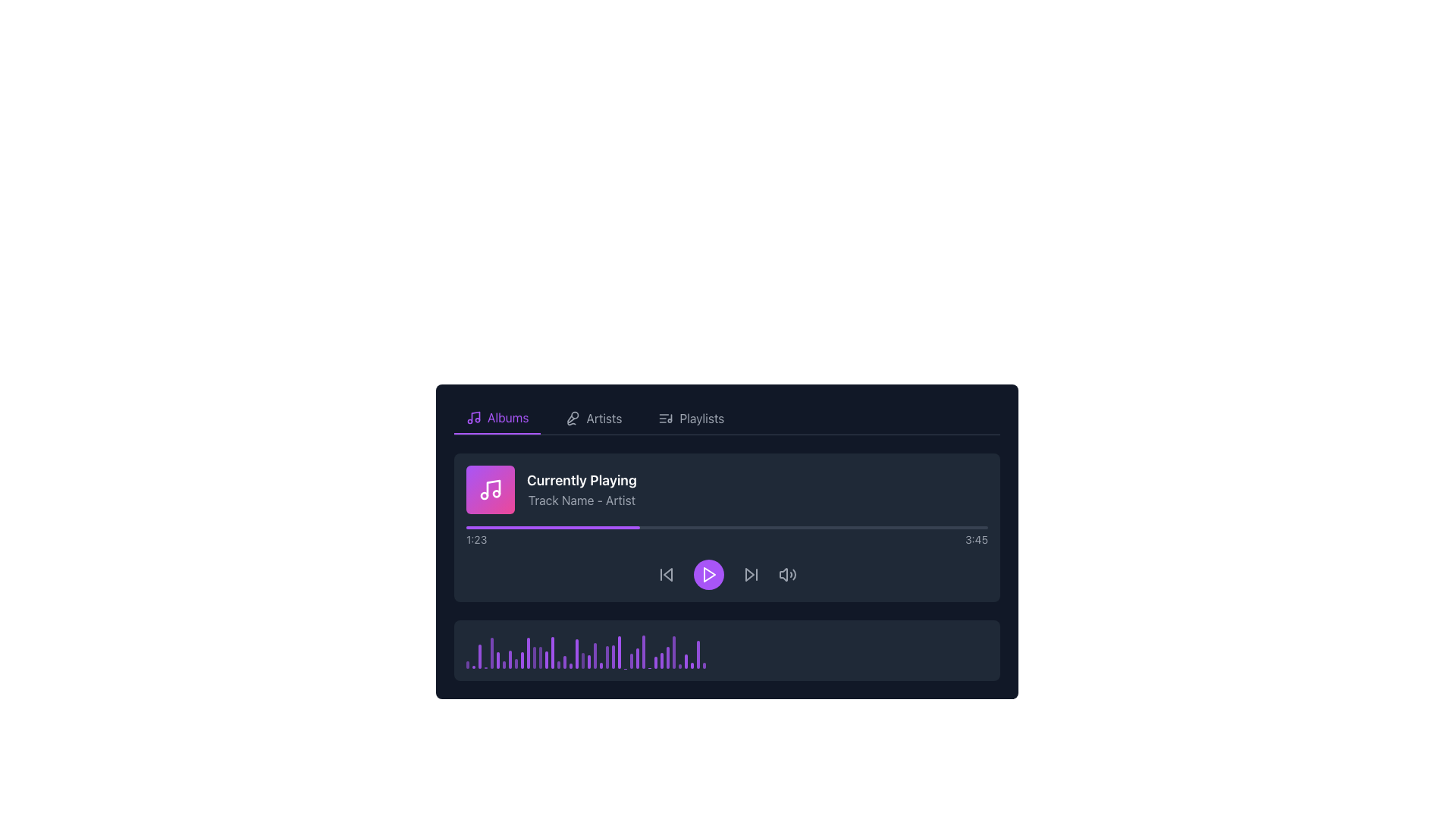 The image size is (1456, 819). Describe the element at coordinates (497, 418) in the screenshot. I see `the active navigation tab labeled 'Albums', which is styled with a purple underline and has a musical note icon to its left` at that location.